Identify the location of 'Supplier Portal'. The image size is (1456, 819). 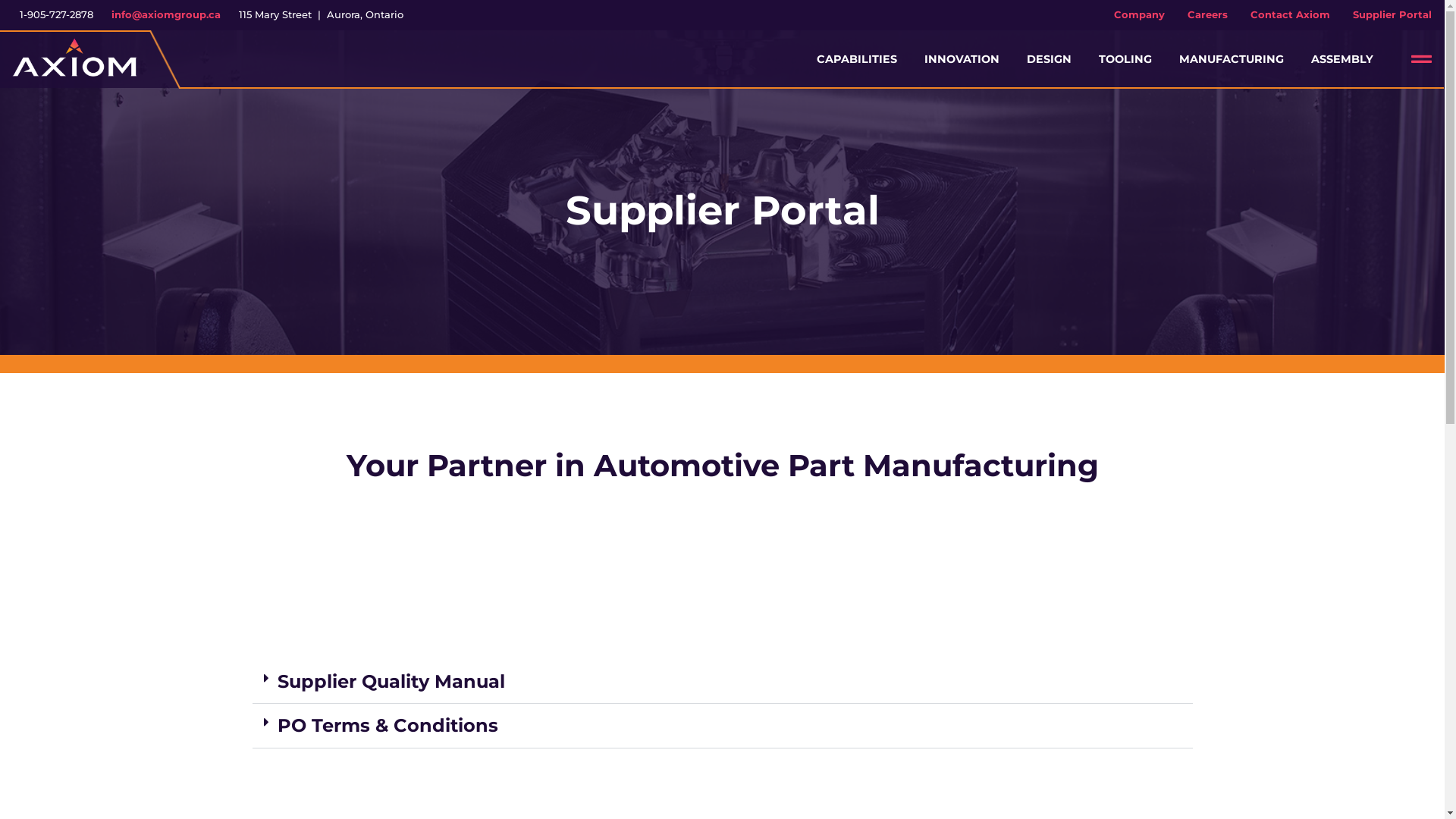
(1392, 14).